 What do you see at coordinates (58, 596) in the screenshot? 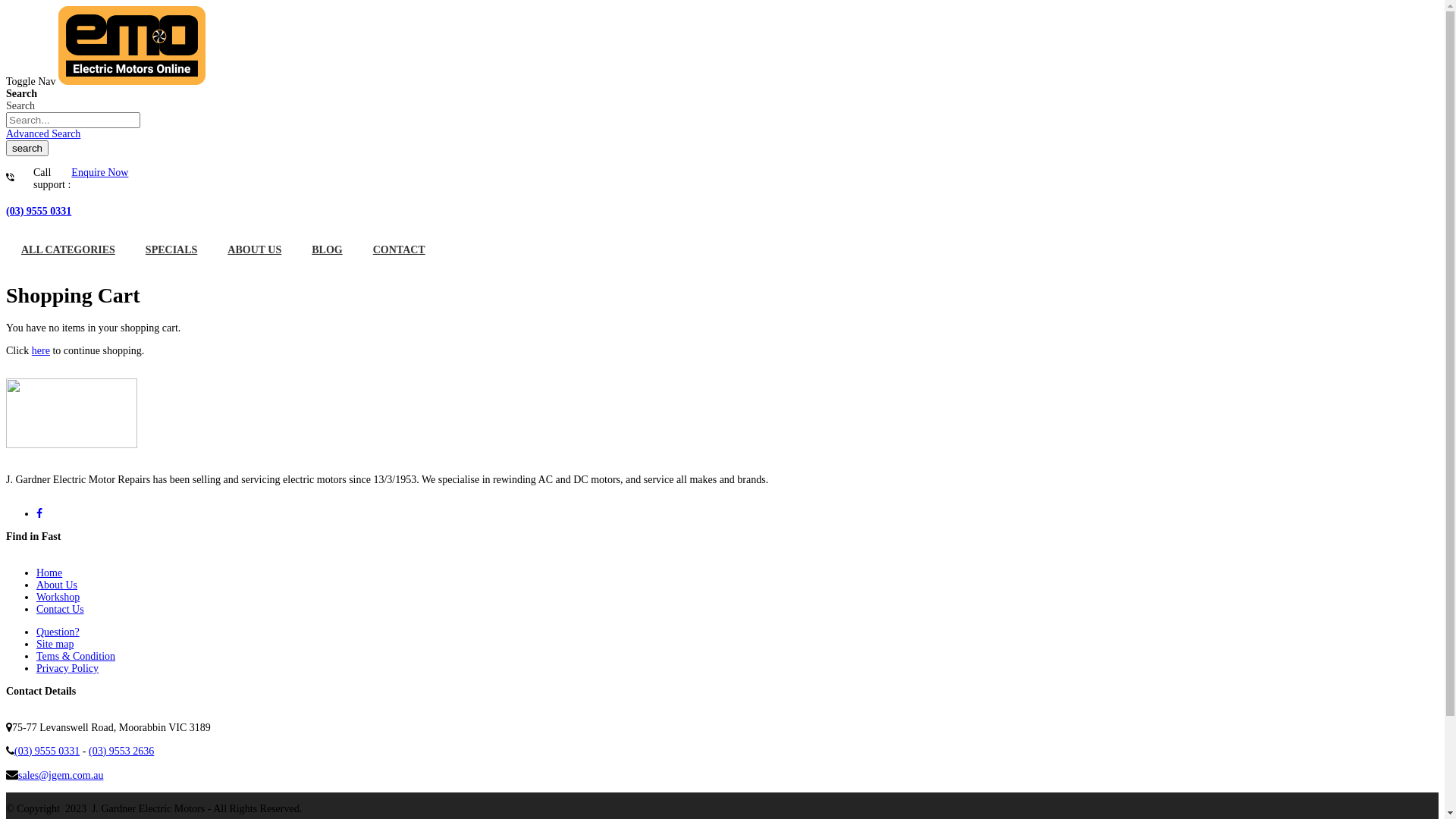
I see `'Workshop'` at bounding box center [58, 596].